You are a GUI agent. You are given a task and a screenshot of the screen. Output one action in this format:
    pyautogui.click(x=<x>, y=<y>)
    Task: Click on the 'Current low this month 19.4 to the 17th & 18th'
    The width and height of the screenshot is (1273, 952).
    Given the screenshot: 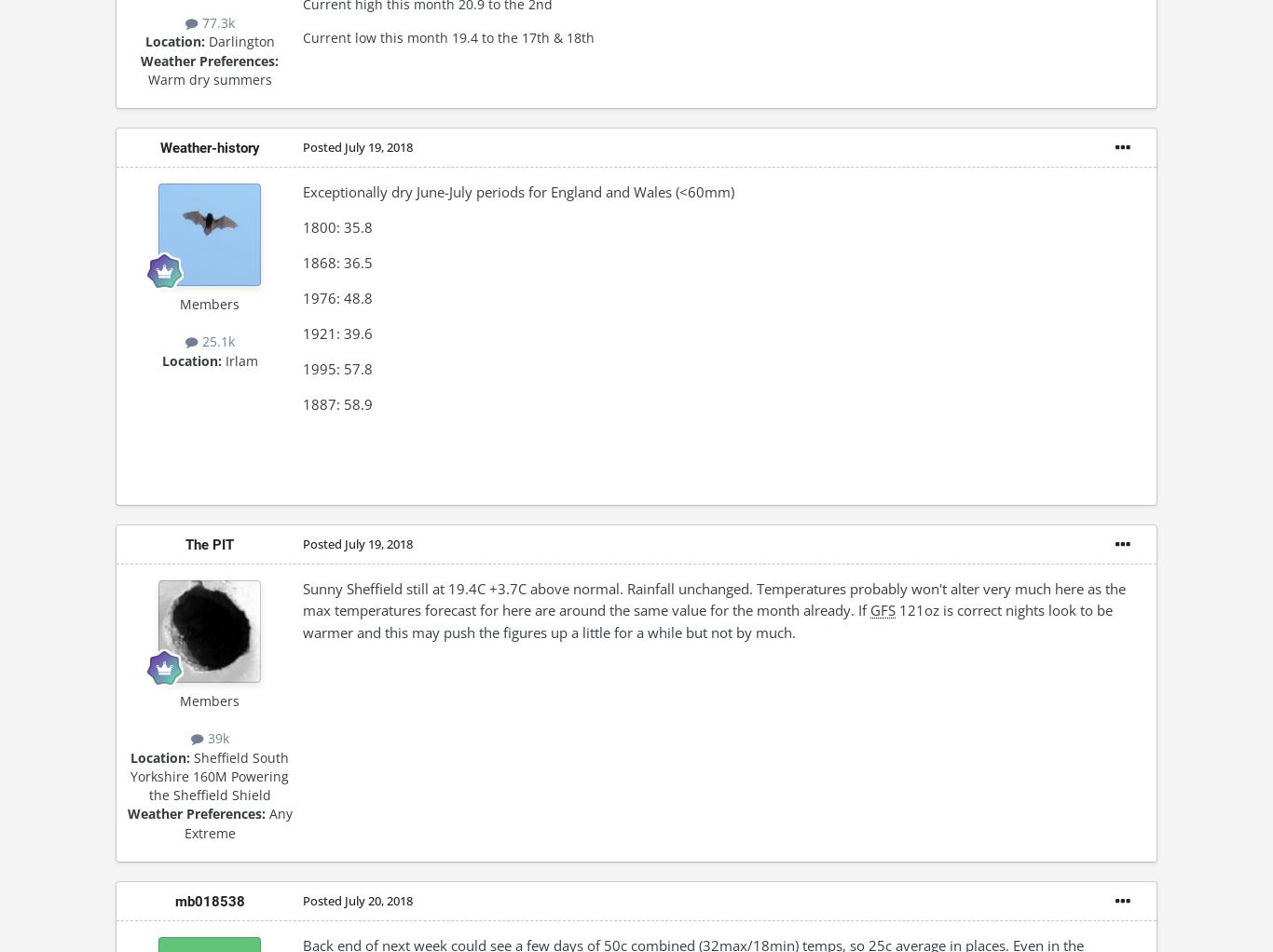 What is the action you would take?
    pyautogui.click(x=448, y=36)
    